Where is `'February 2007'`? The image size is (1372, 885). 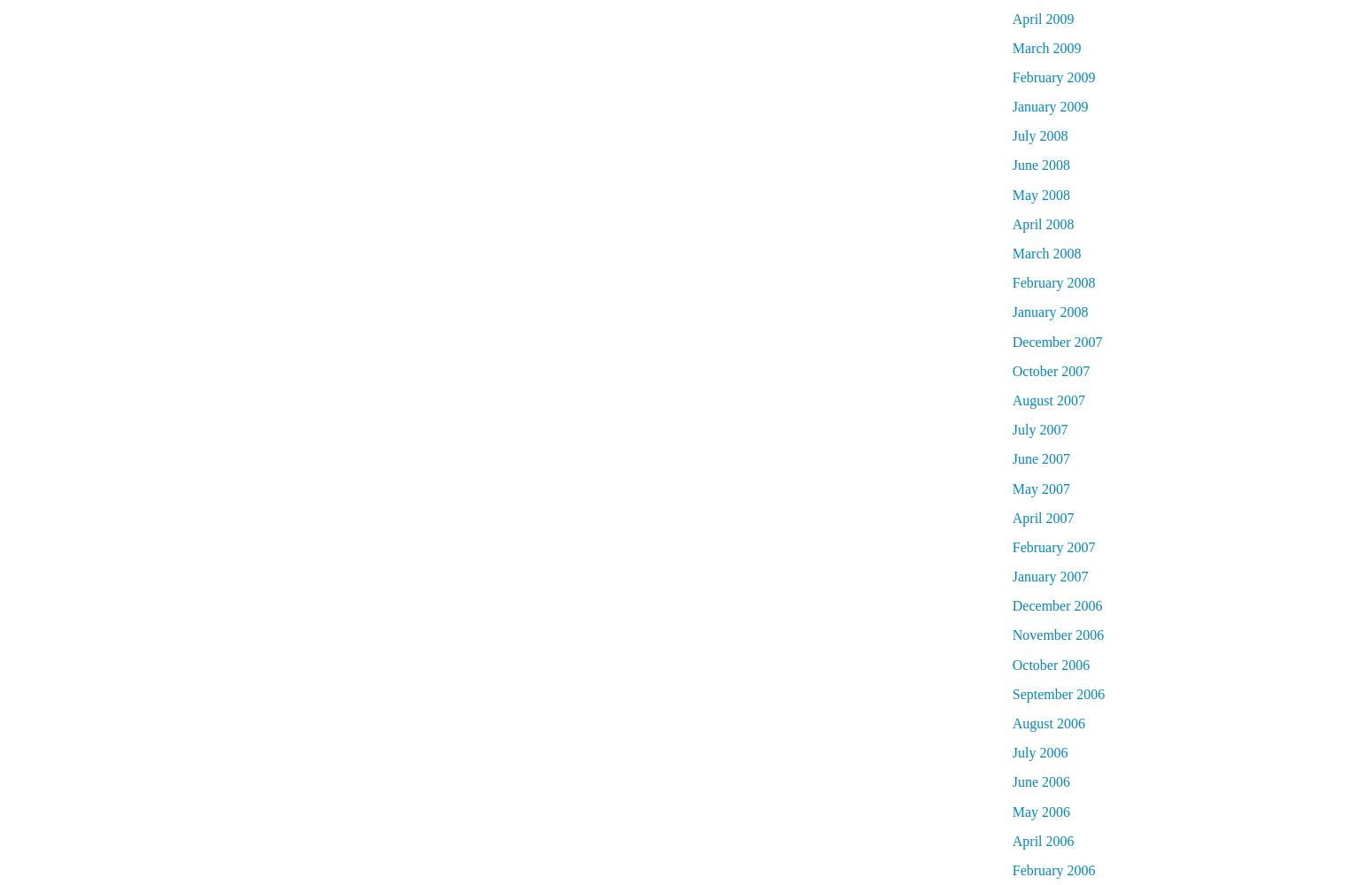 'February 2007' is located at coordinates (1052, 545).